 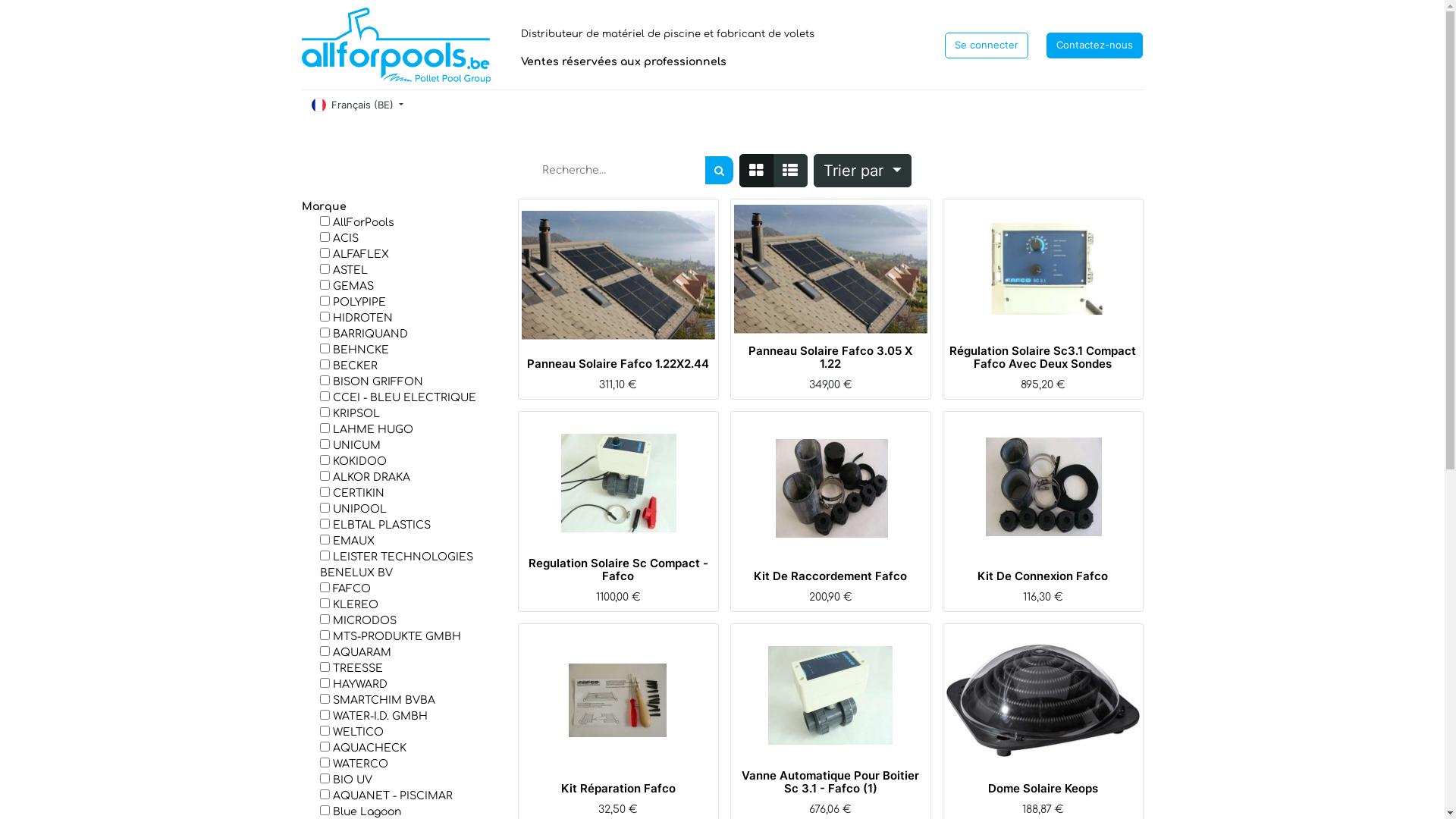 I want to click on 'Tarifs', so click(x=756, y=170).